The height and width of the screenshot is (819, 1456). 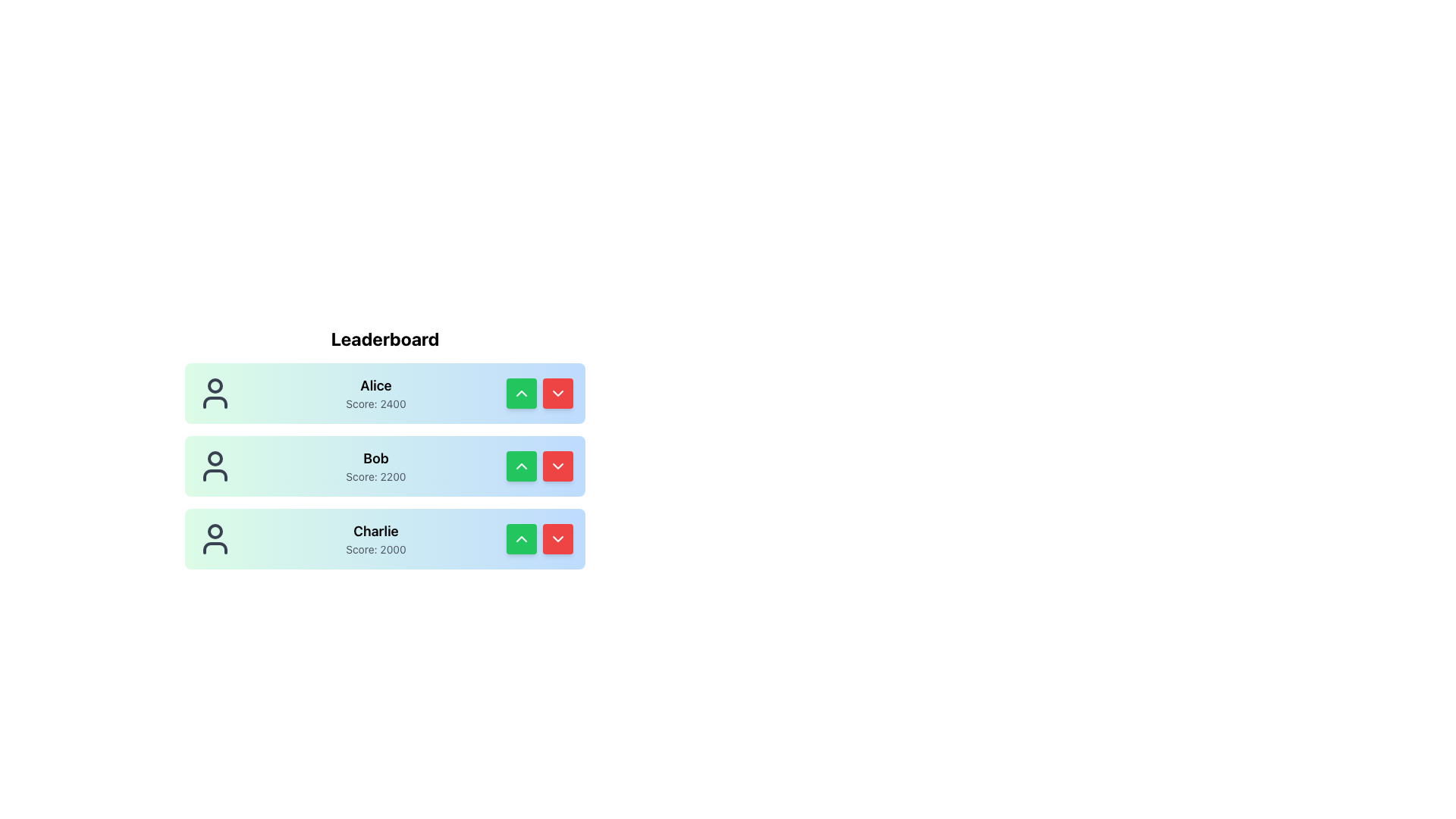 What do you see at coordinates (214, 385) in the screenshot?
I see `the decorative SVG Circle located at the top-center of the user icon for 'Alice' on the leaderboard card` at bounding box center [214, 385].